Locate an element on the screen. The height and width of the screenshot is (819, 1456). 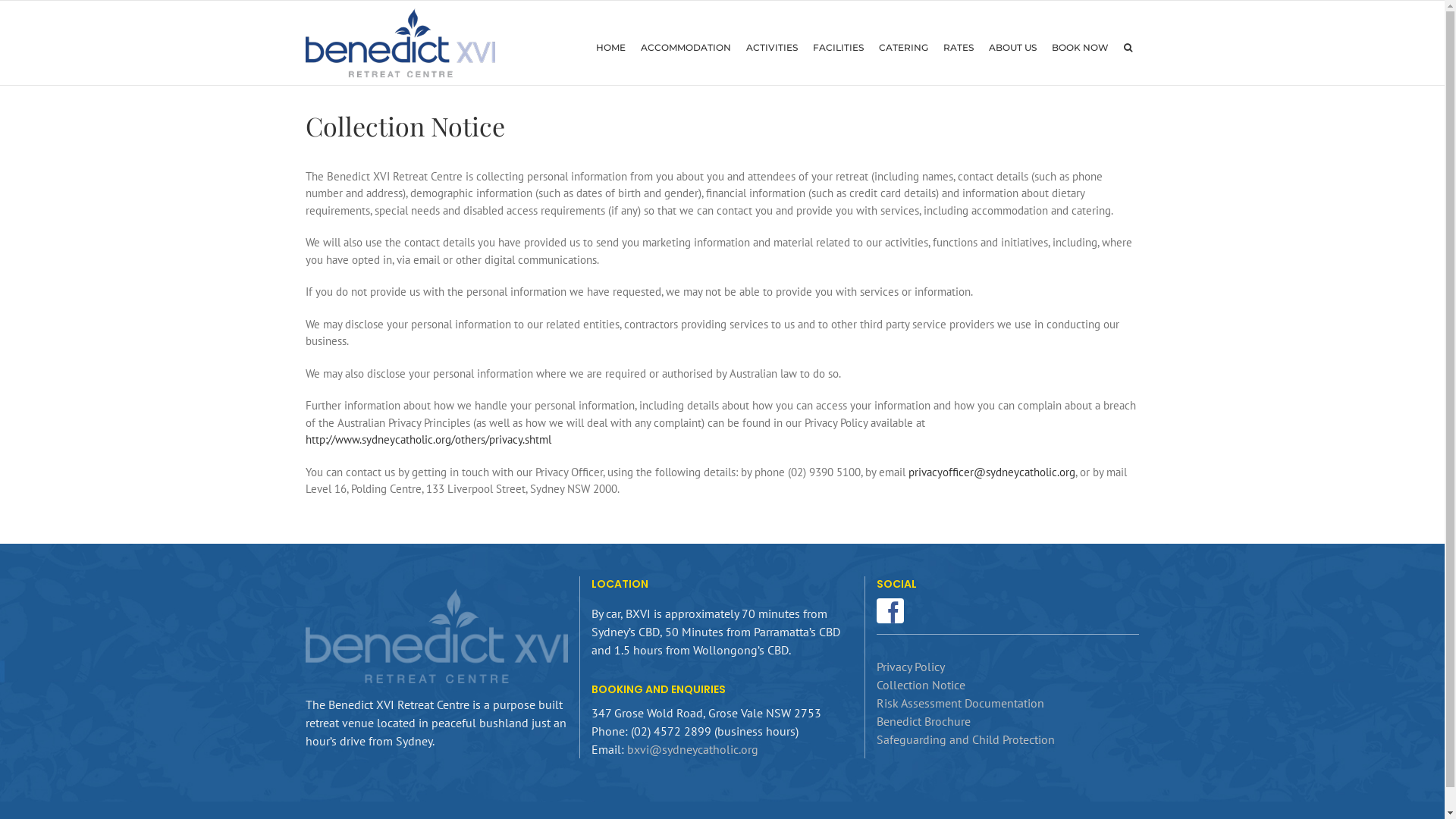
'HOME' is located at coordinates (610, 46).